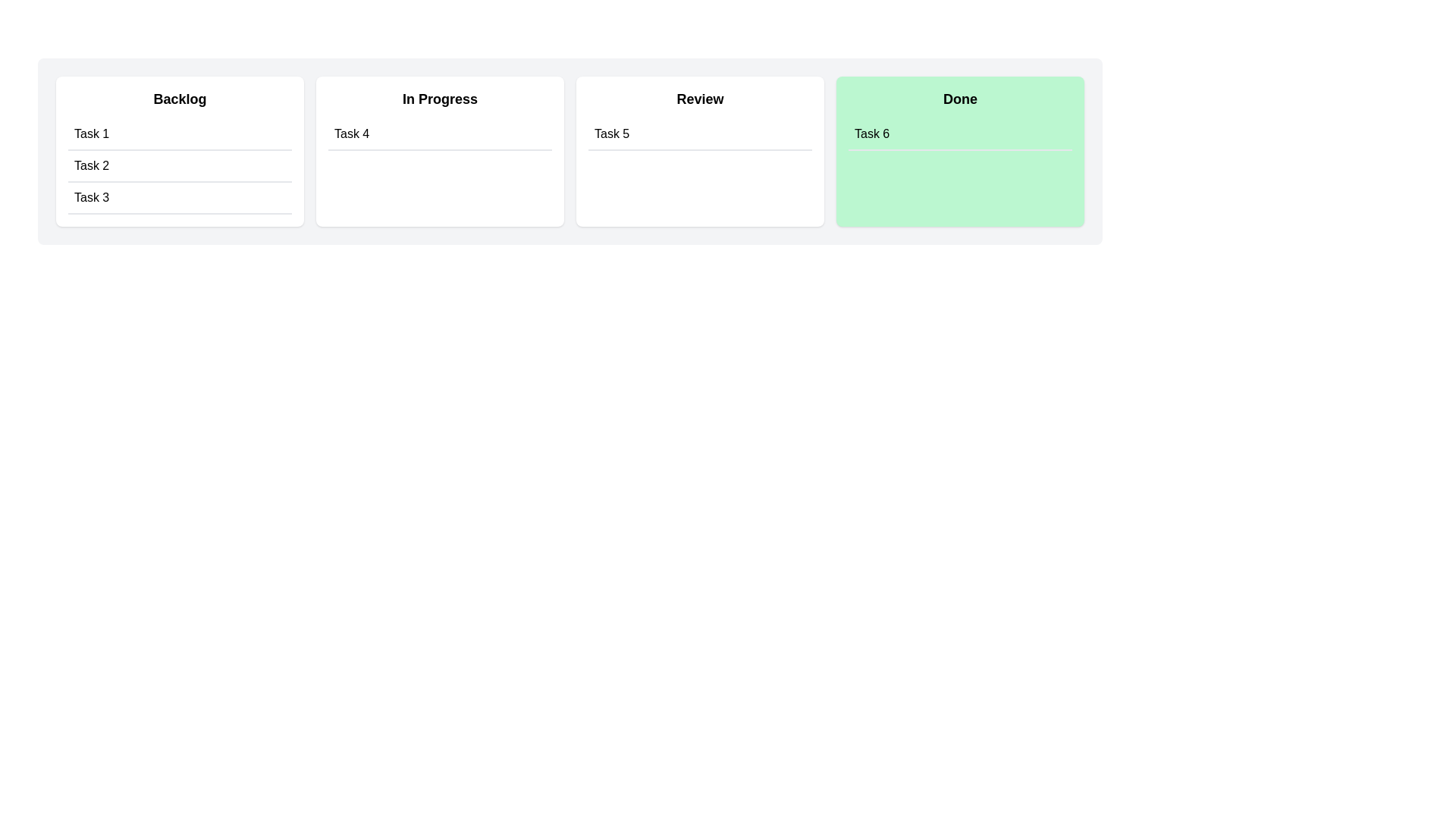 This screenshot has height=819, width=1456. What do you see at coordinates (439, 152) in the screenshot?
I see `the column titled In Progress to inspect its items` at bounding box center [439, 152].